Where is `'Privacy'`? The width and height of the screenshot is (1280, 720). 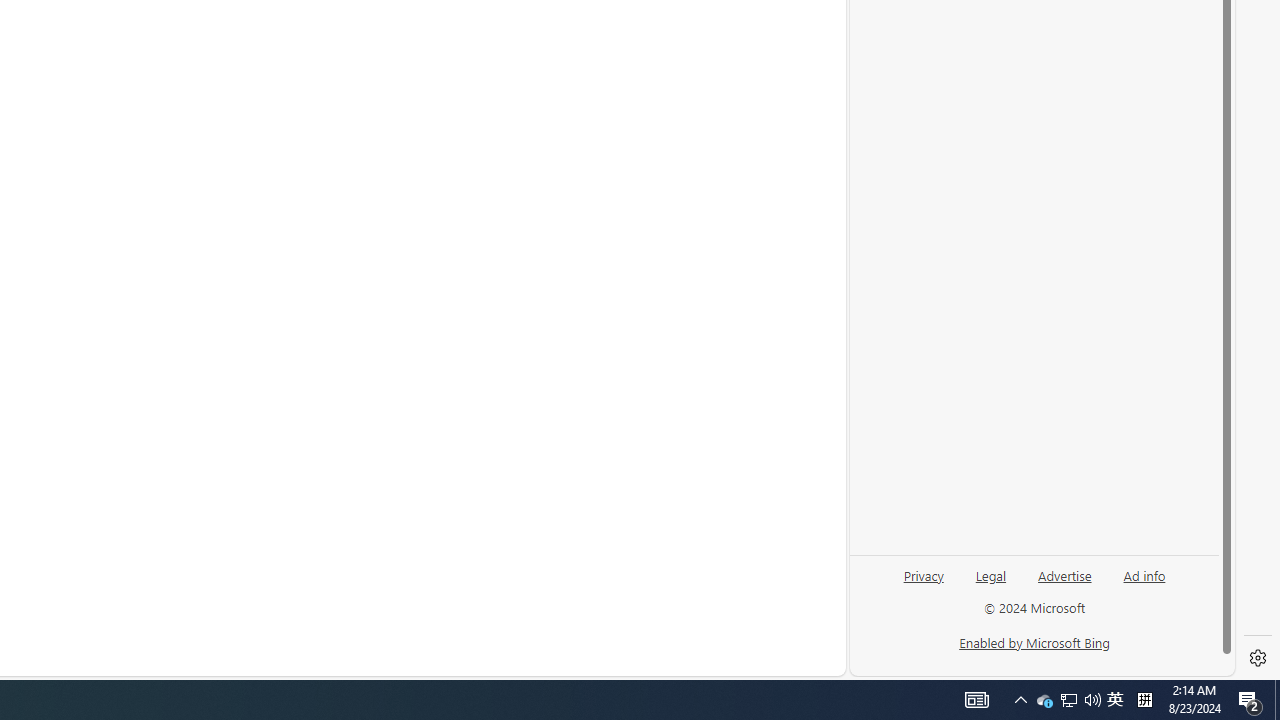
'Privacy' is located at coordinates (922, 583).